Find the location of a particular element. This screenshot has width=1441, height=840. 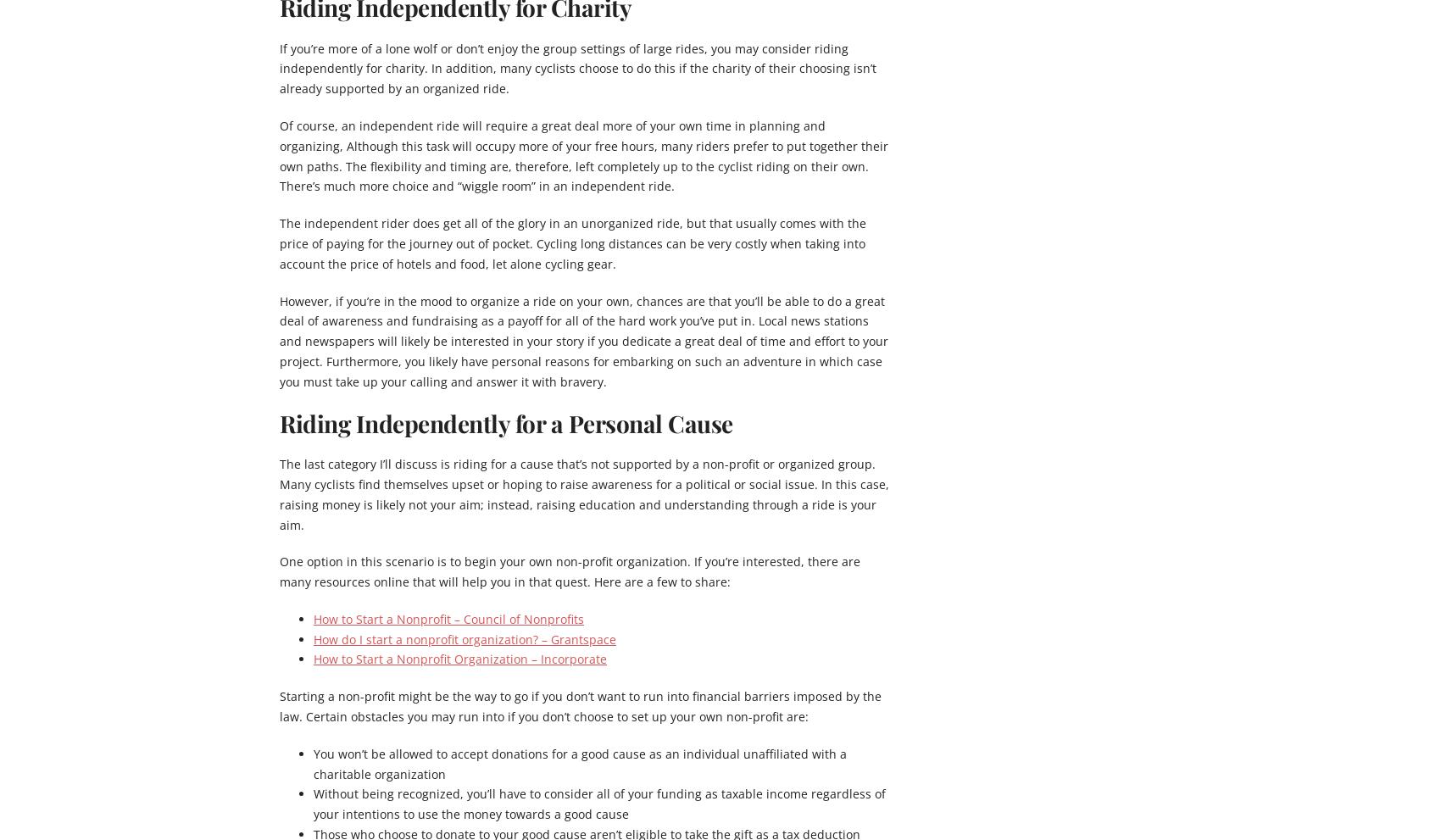

'How to Start a Nonprofit Organization – Incorporate' is located at coordinates (459, 659).